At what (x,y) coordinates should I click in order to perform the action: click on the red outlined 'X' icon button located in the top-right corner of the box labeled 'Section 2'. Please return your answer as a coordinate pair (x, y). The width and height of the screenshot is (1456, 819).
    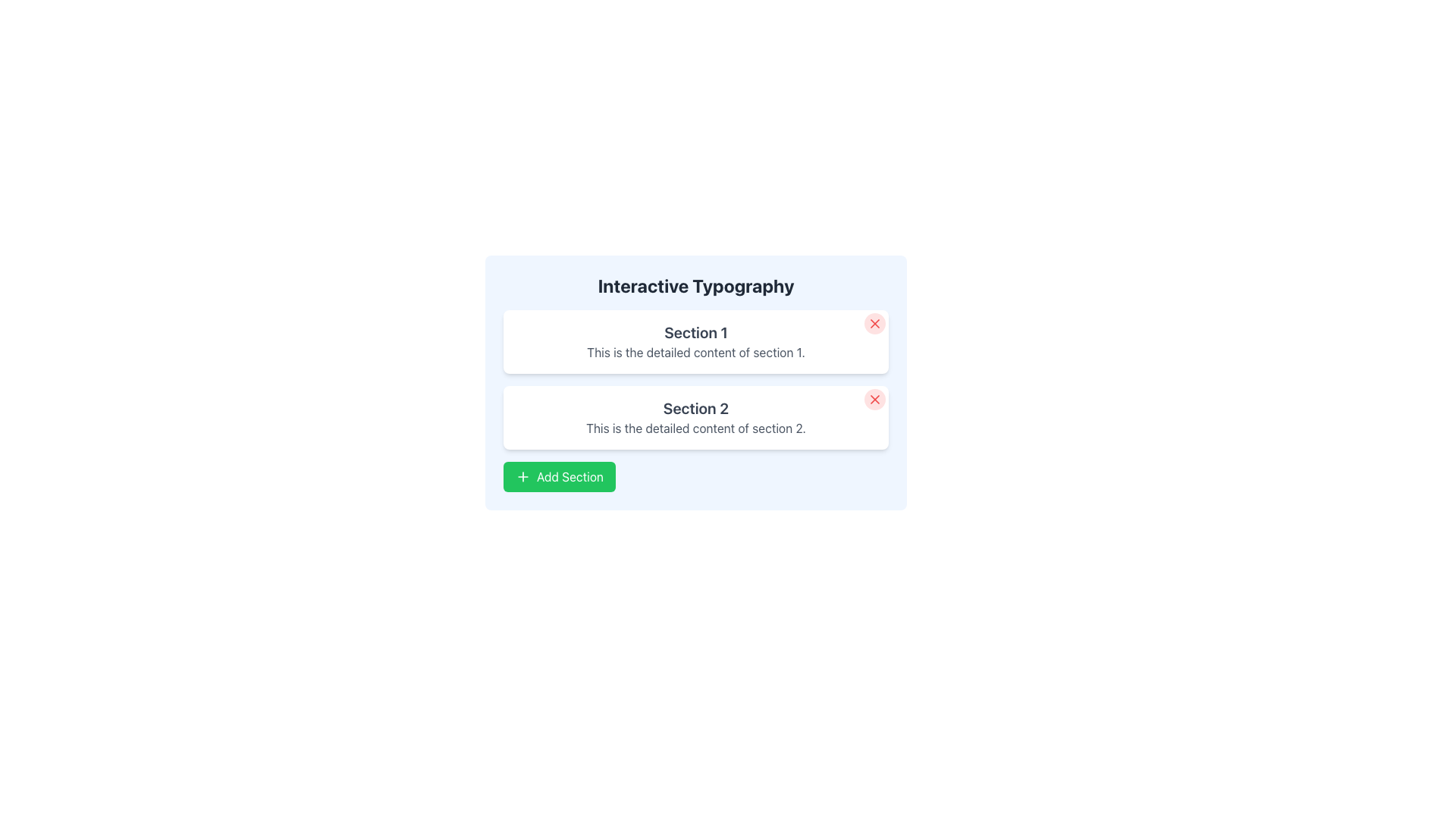
    Looking at the image, I should click on (874, 399).